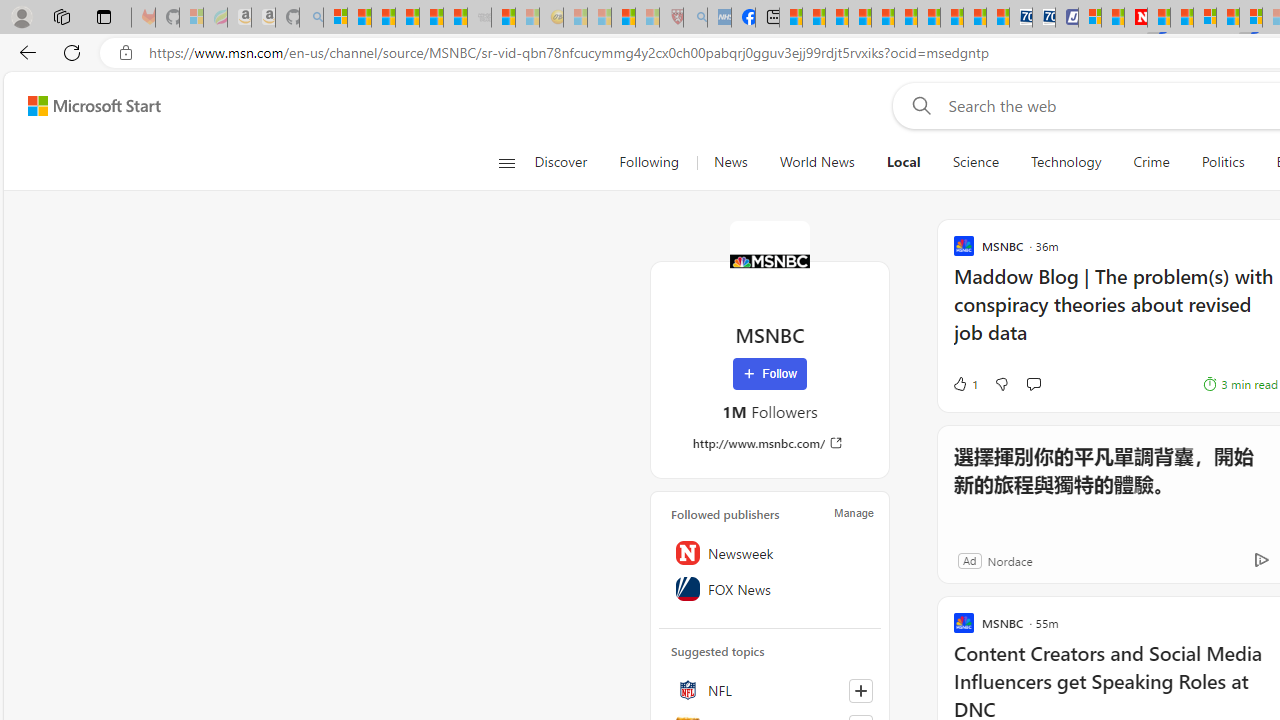  Describe the element at coordinates (769, 587) in the screenshot. I see `'FOX News'` at that location.